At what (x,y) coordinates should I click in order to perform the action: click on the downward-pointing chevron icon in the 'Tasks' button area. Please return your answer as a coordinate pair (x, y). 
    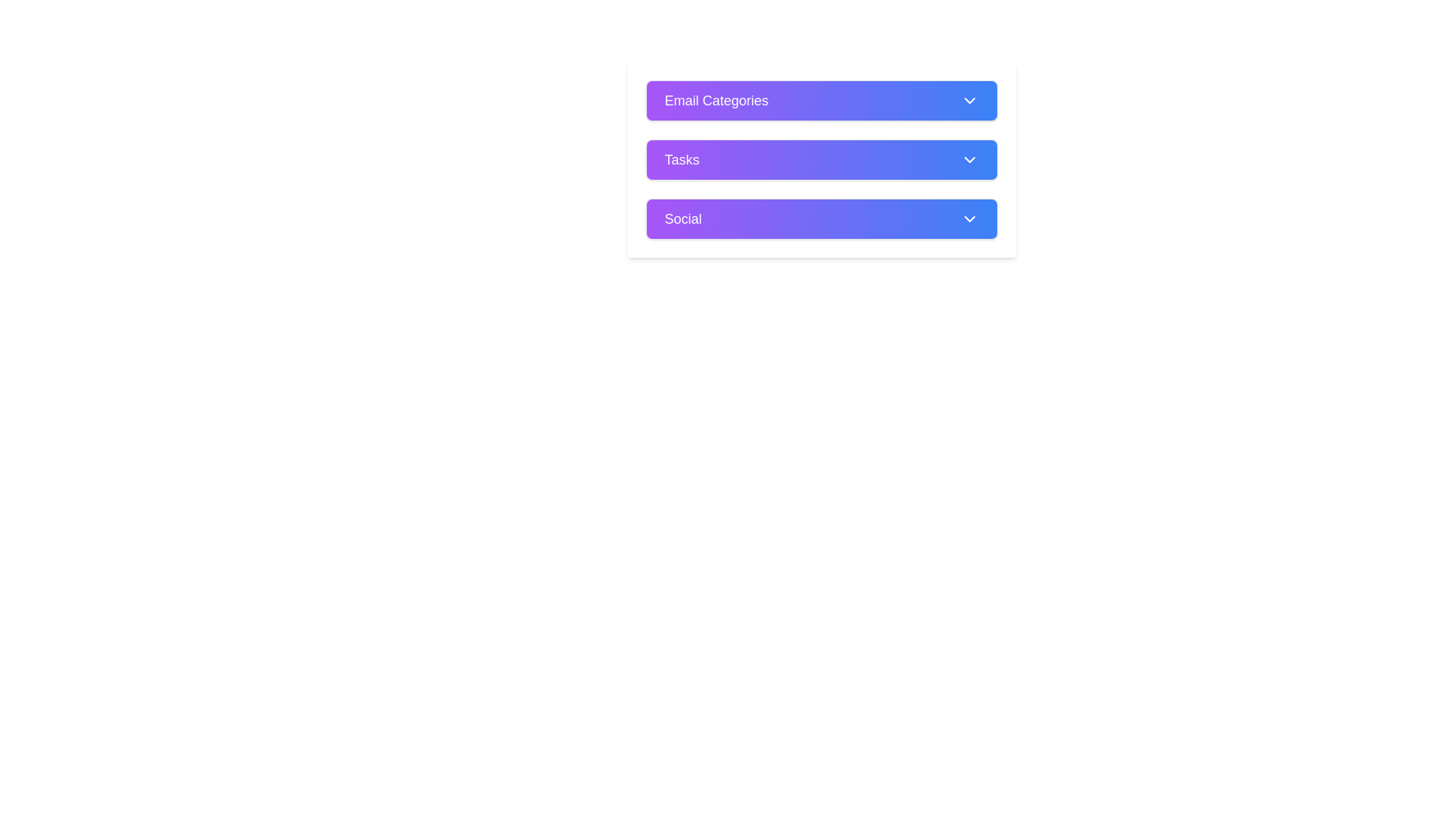
    Looking at the image, I should click on (968, 160).